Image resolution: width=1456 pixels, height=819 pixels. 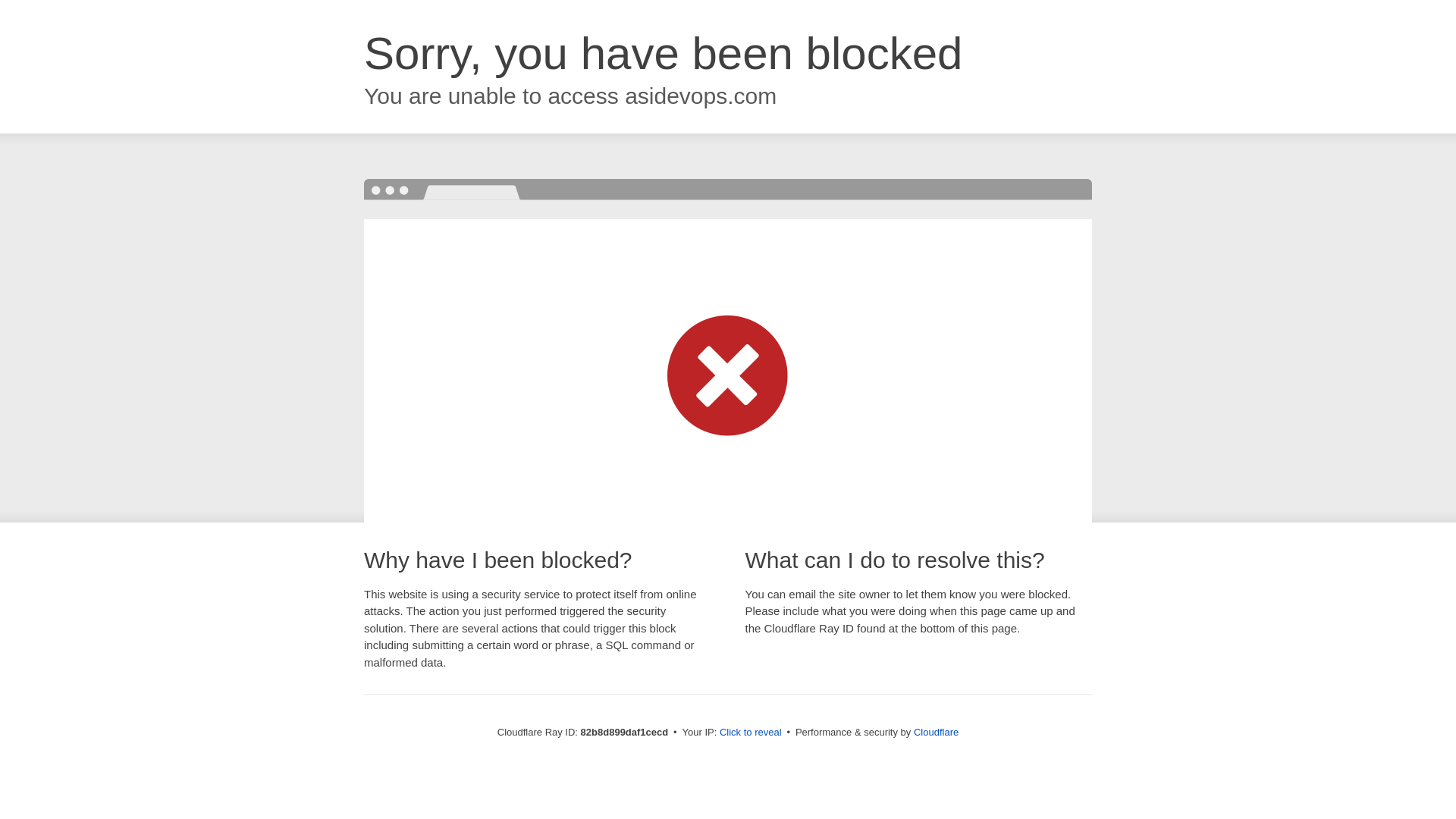 I want to click on 'Cloudflare', so click(x=935, y=731).